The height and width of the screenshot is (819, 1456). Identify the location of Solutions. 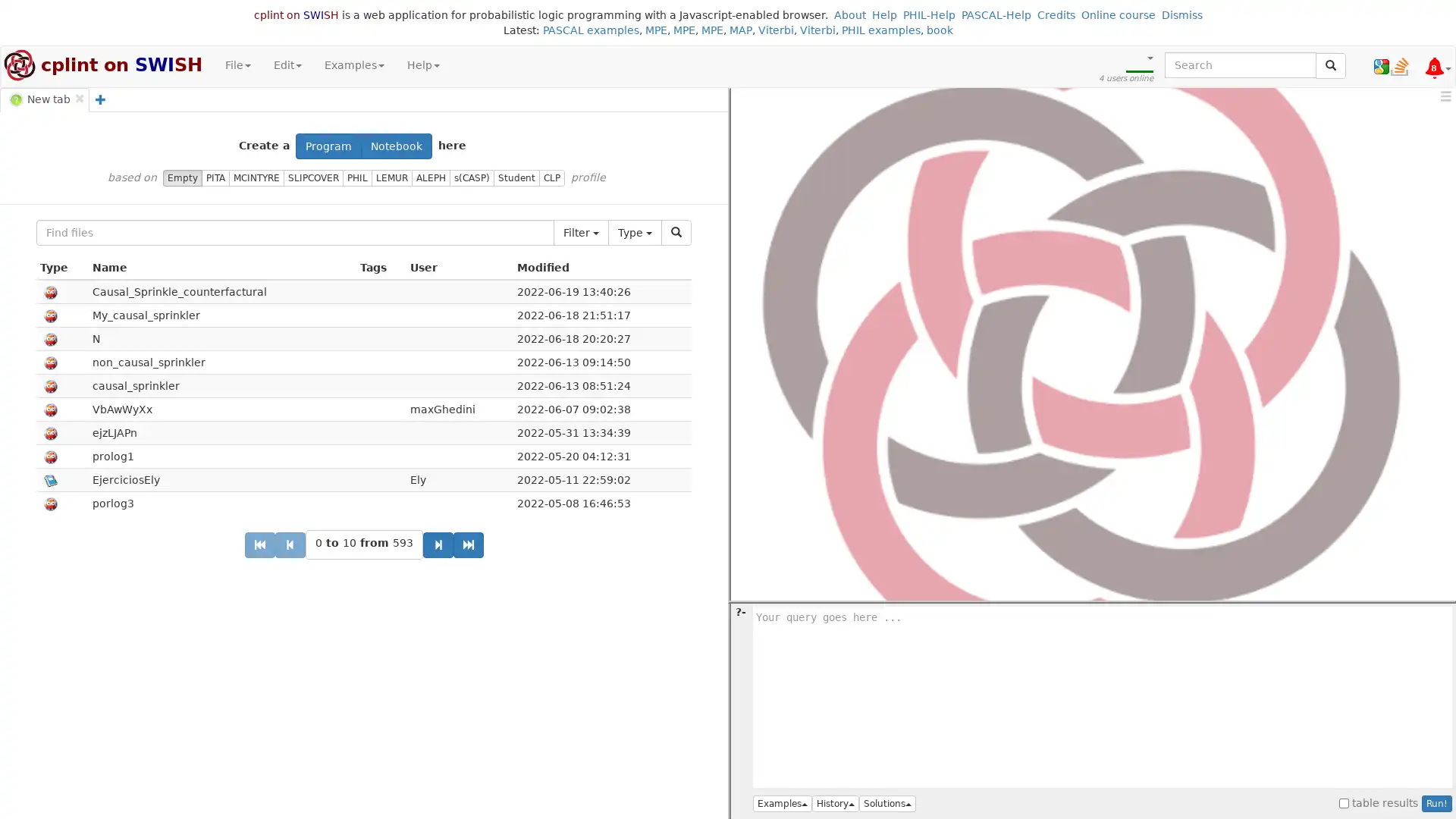
(887, 803).